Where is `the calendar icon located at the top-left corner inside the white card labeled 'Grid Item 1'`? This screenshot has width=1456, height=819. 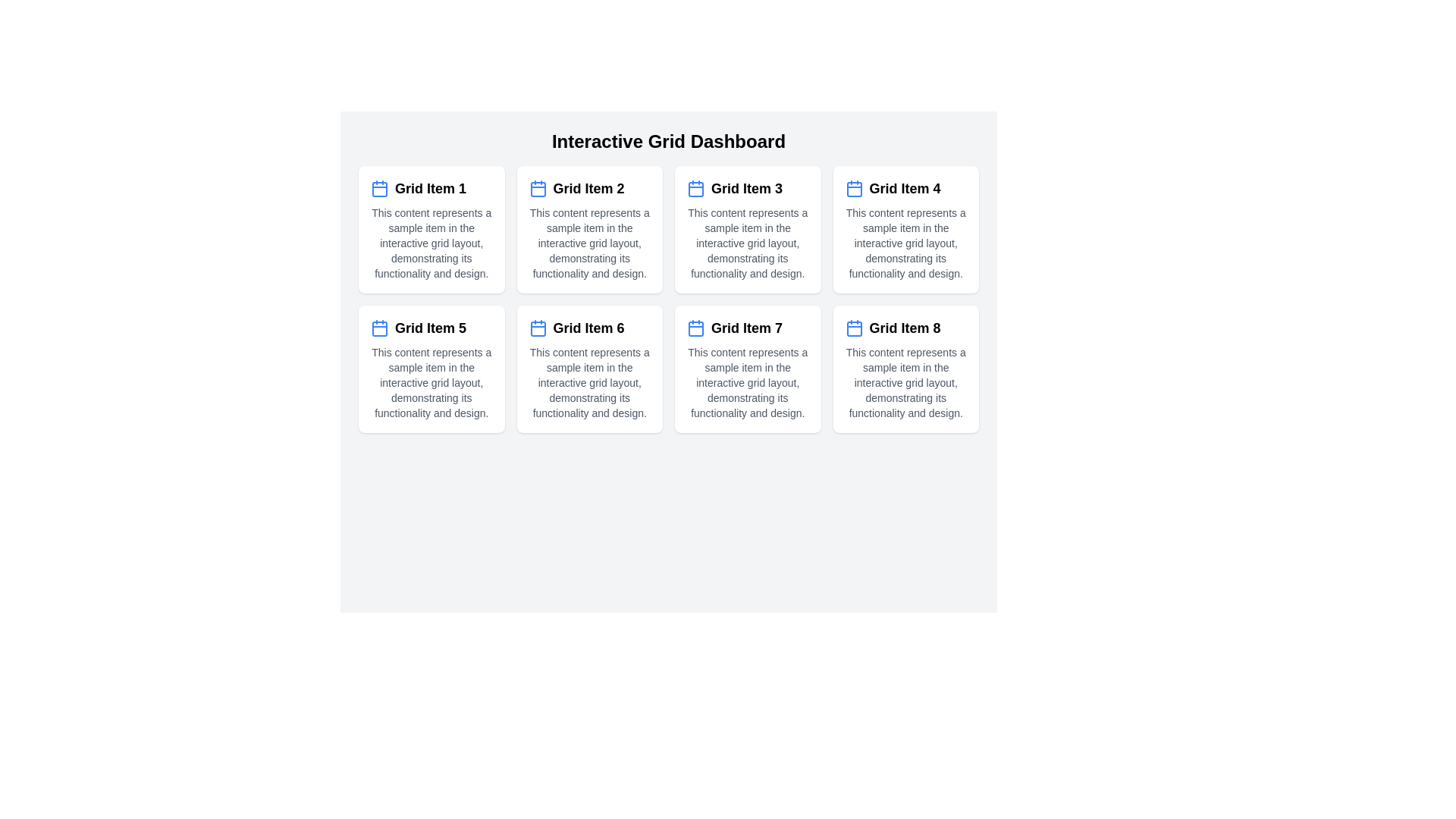 the calendar icon located at the top-left corner inside the white card labeled 'Grid Item 1' is located at coordinates (379, 188).